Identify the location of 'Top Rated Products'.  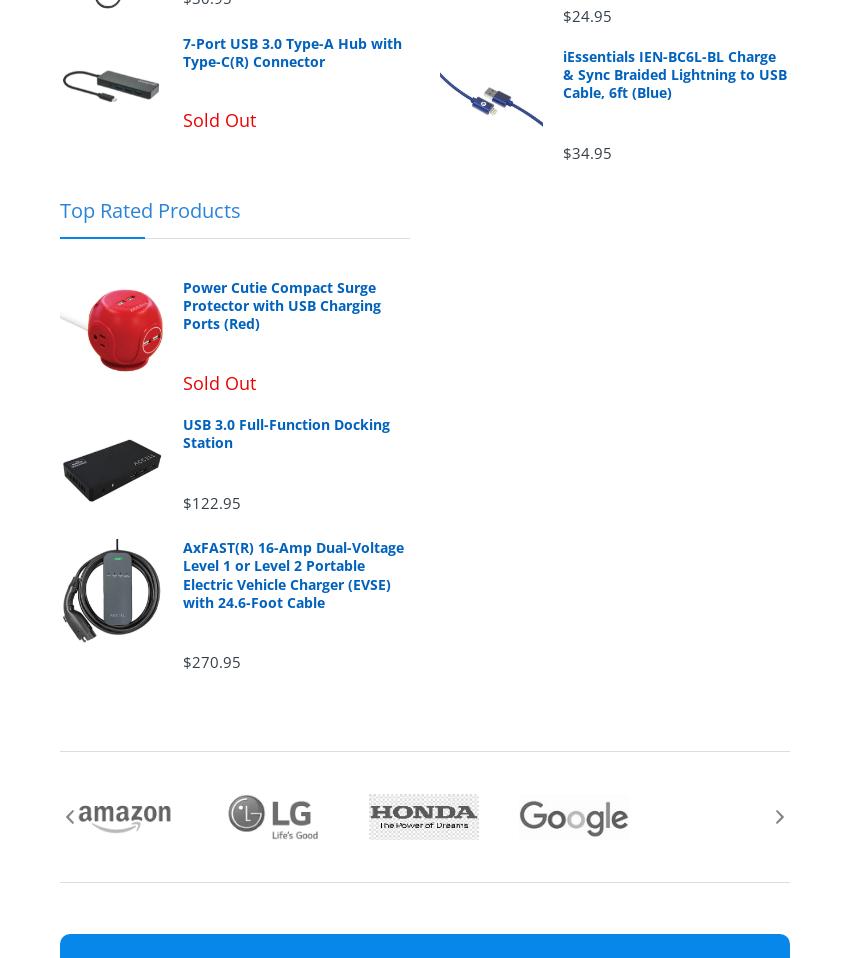
(60, 208).